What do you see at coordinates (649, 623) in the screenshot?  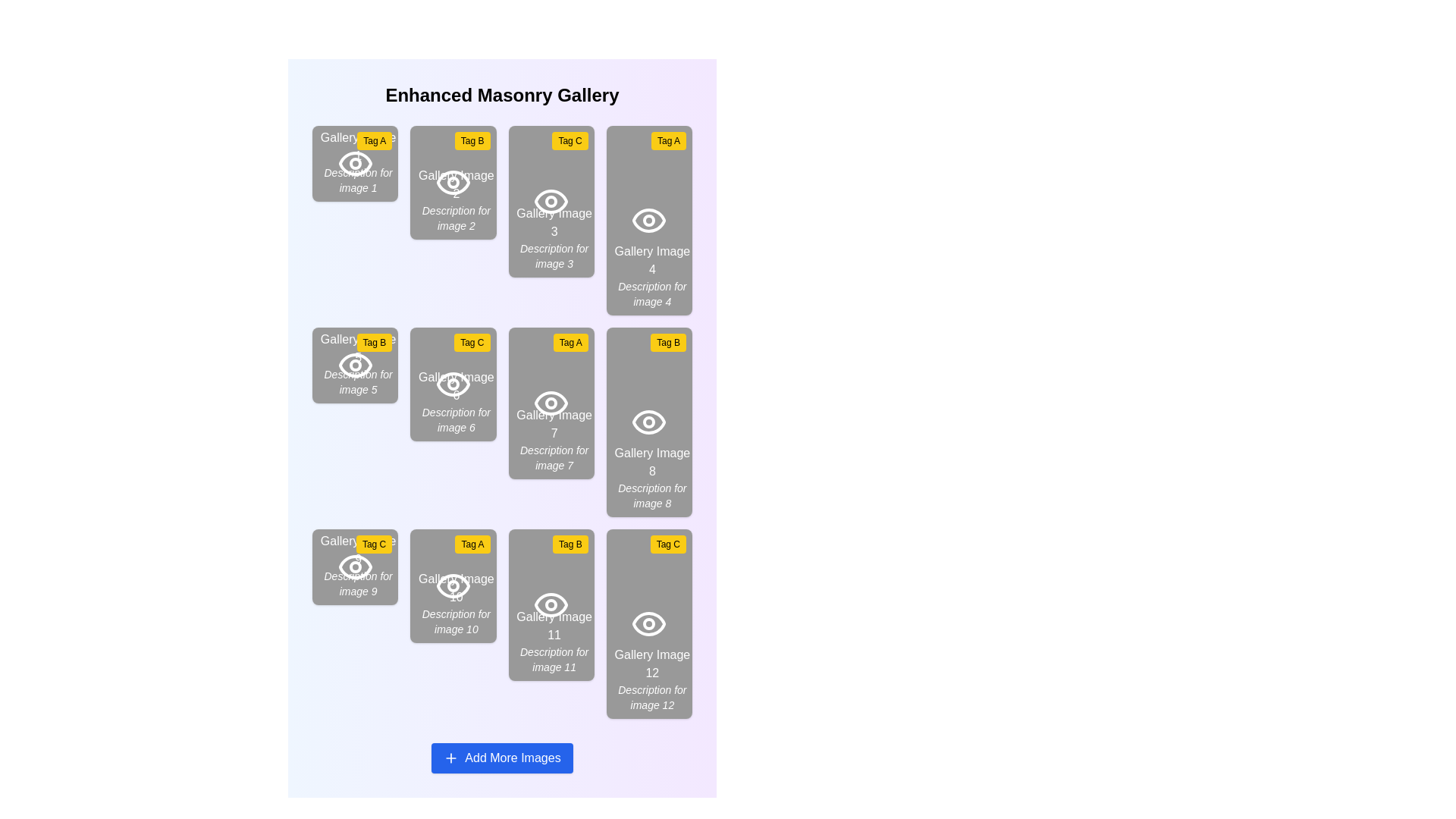 I see `text within the Gallery item card labeled 'Gallery Image 12' and 'Description for image 12', which is the twelfth card in the grid layout` at bounding box center [649, 623].